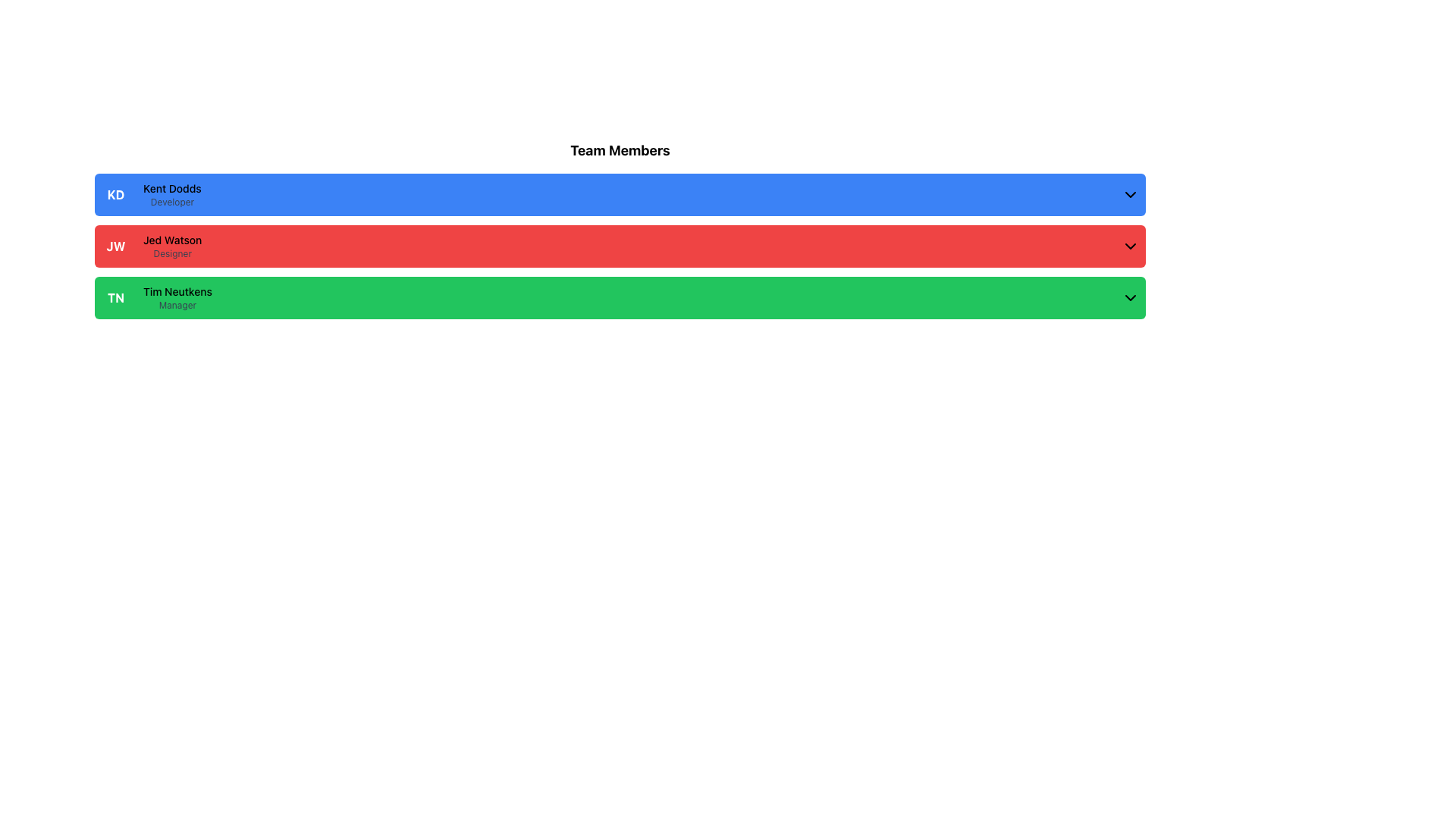 Image resolution: width=1456 pixels, height=819 pixels. Describe the element at coordinates (620, 245) in the screenshot. I see `the second interactive list item, which is a red rectangular panel with rounded corners, featuring a circular badge with 'JW' on the left and a downward-facing triangle icon on the right` at that location.